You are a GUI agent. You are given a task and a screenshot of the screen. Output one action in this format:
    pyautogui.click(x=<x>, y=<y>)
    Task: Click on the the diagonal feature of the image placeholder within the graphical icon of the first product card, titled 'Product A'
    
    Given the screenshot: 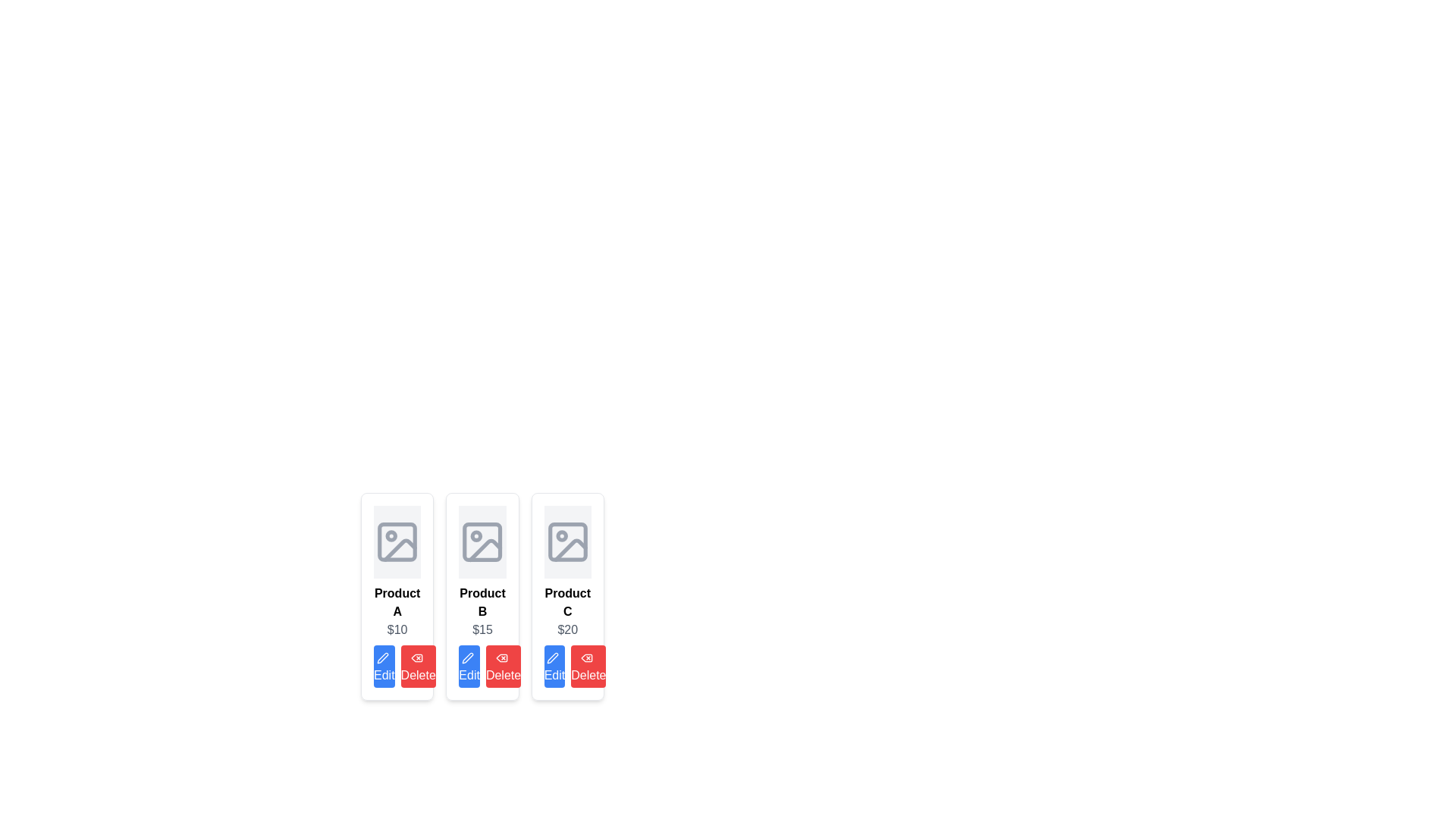 What is the action you would take?
    pyautogui.click(x=400, y=550)
    